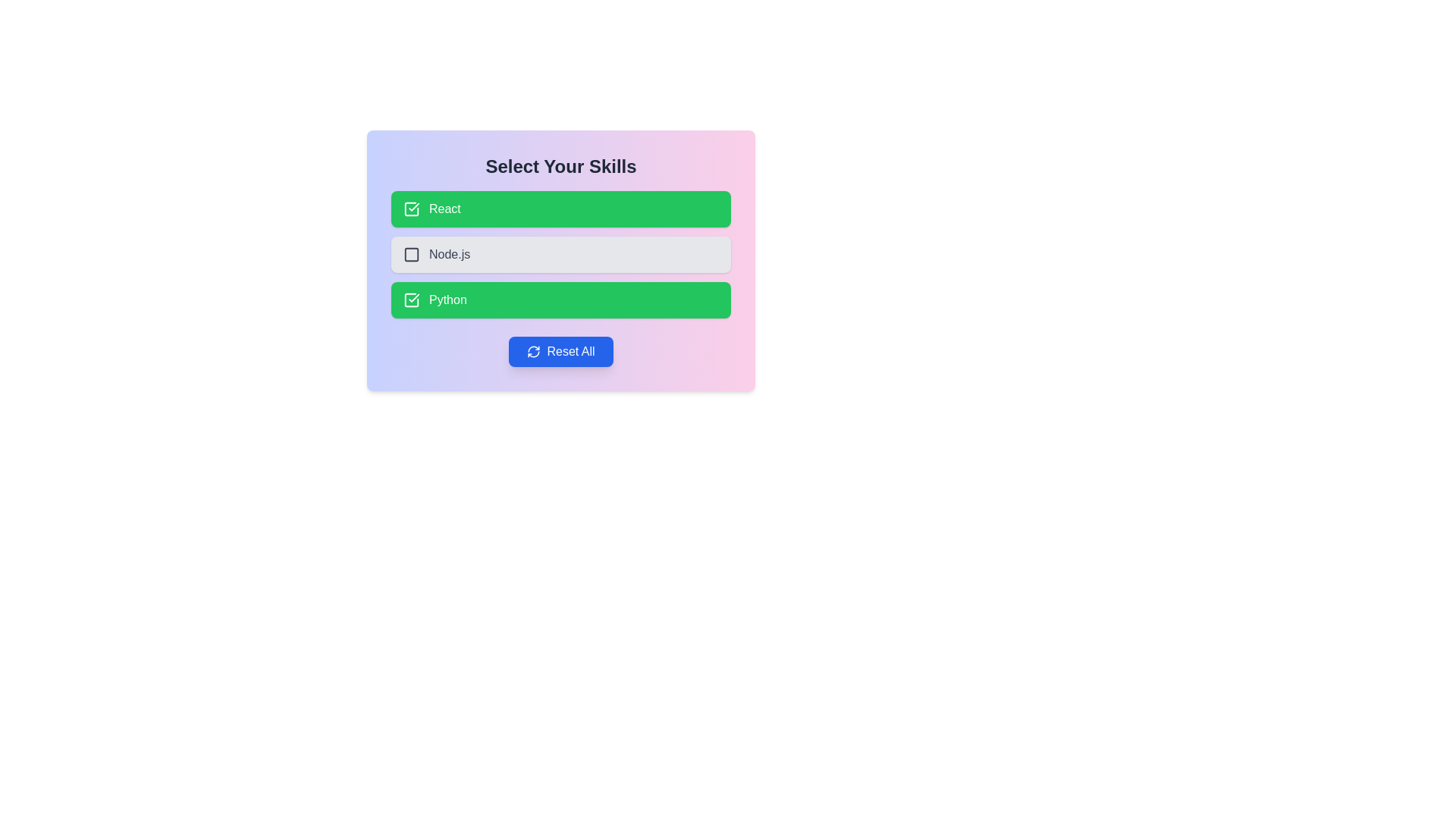 This screenshot has height=819, width=1456. I want to click on the skill Node.js by clicking on its respective option, so click(560, 253).